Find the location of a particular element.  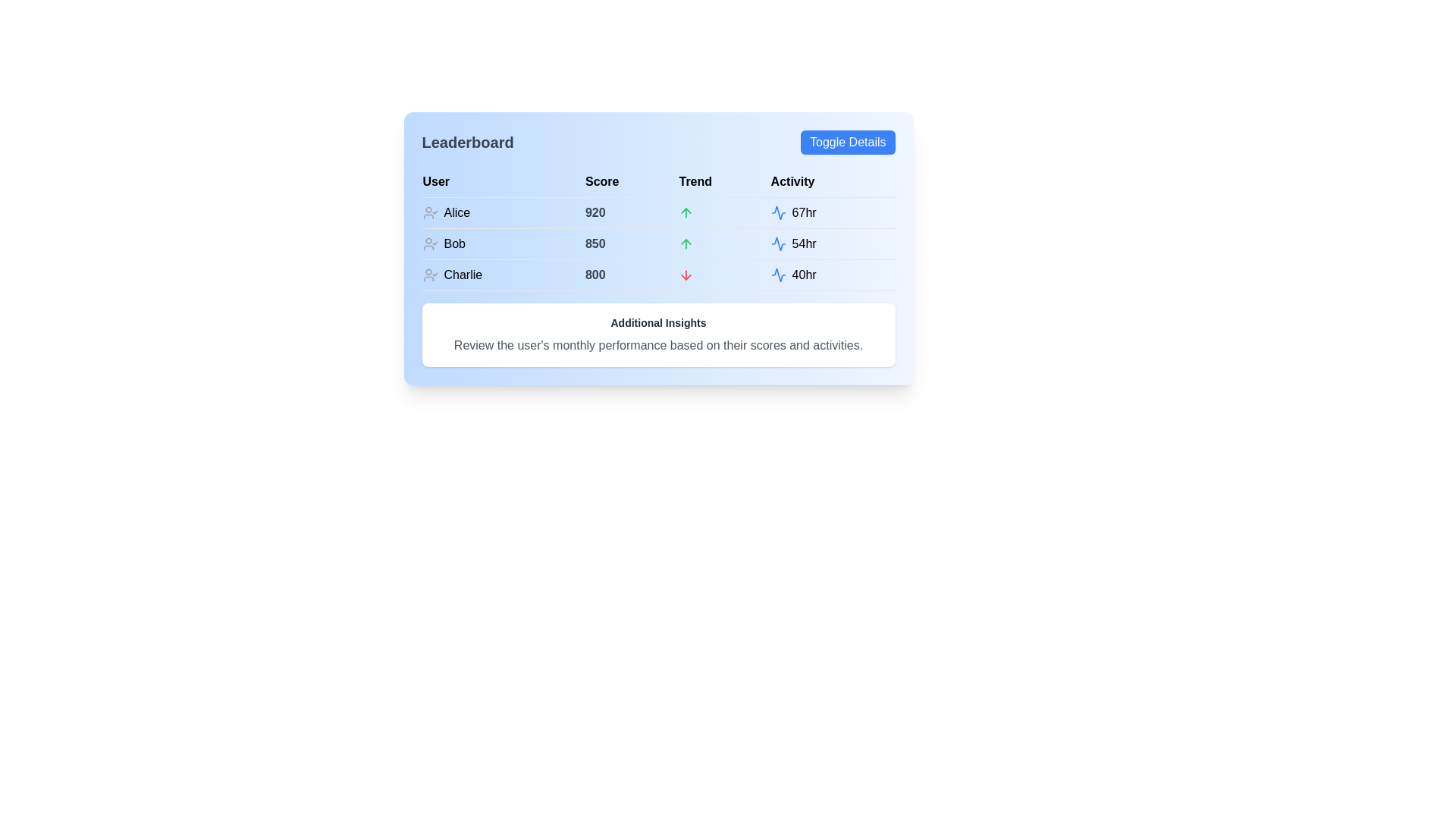

the blue zigzag icon located in the 'Activity' column next to the '850' score row is located at coordinates (778, 275).